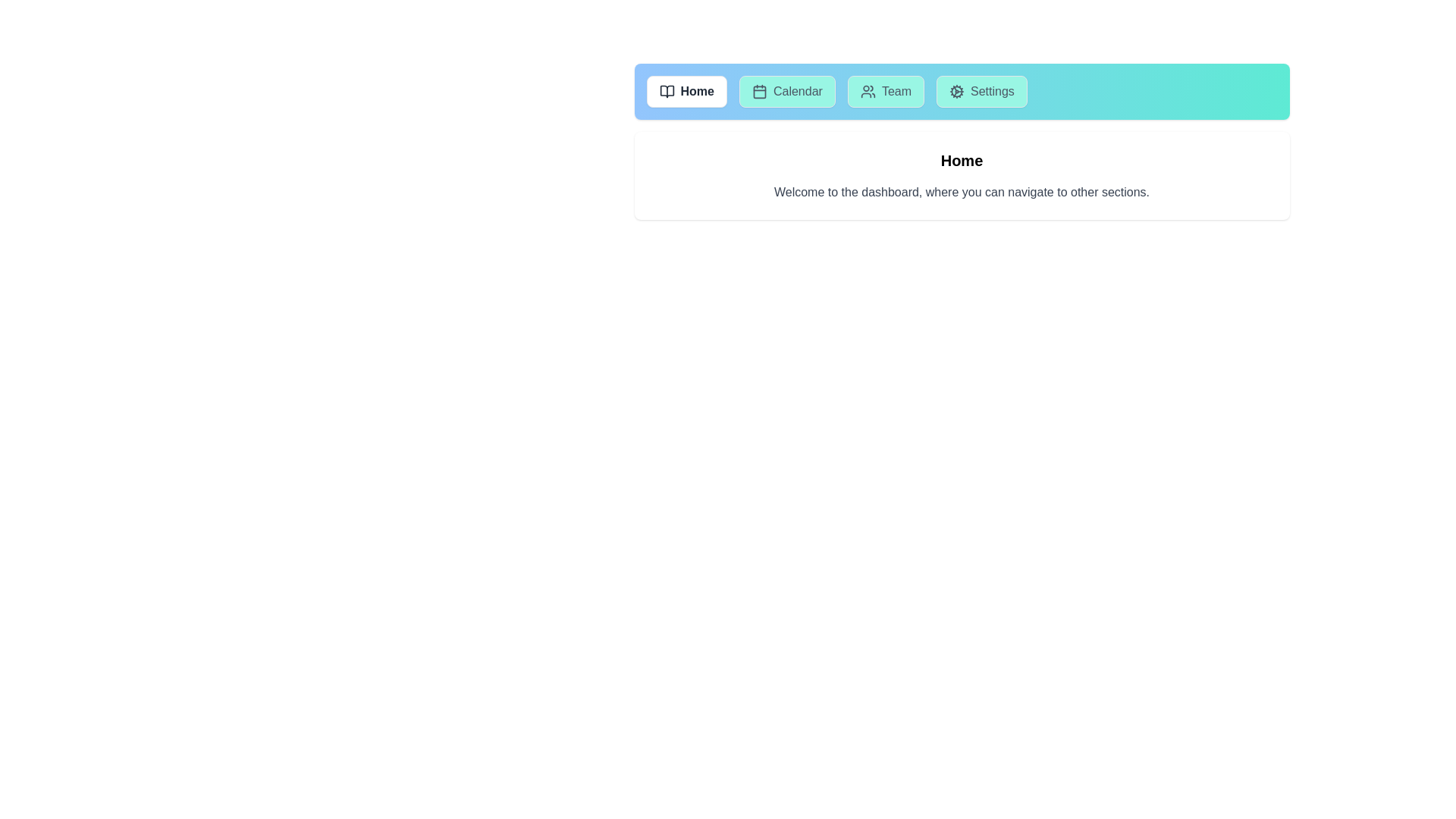 This screenshot has width=1456, height=819. Describe the element at coordinates (981, 91) in the screenshot. I see `the tab labeled Settings to observe its hover effect` at that location.